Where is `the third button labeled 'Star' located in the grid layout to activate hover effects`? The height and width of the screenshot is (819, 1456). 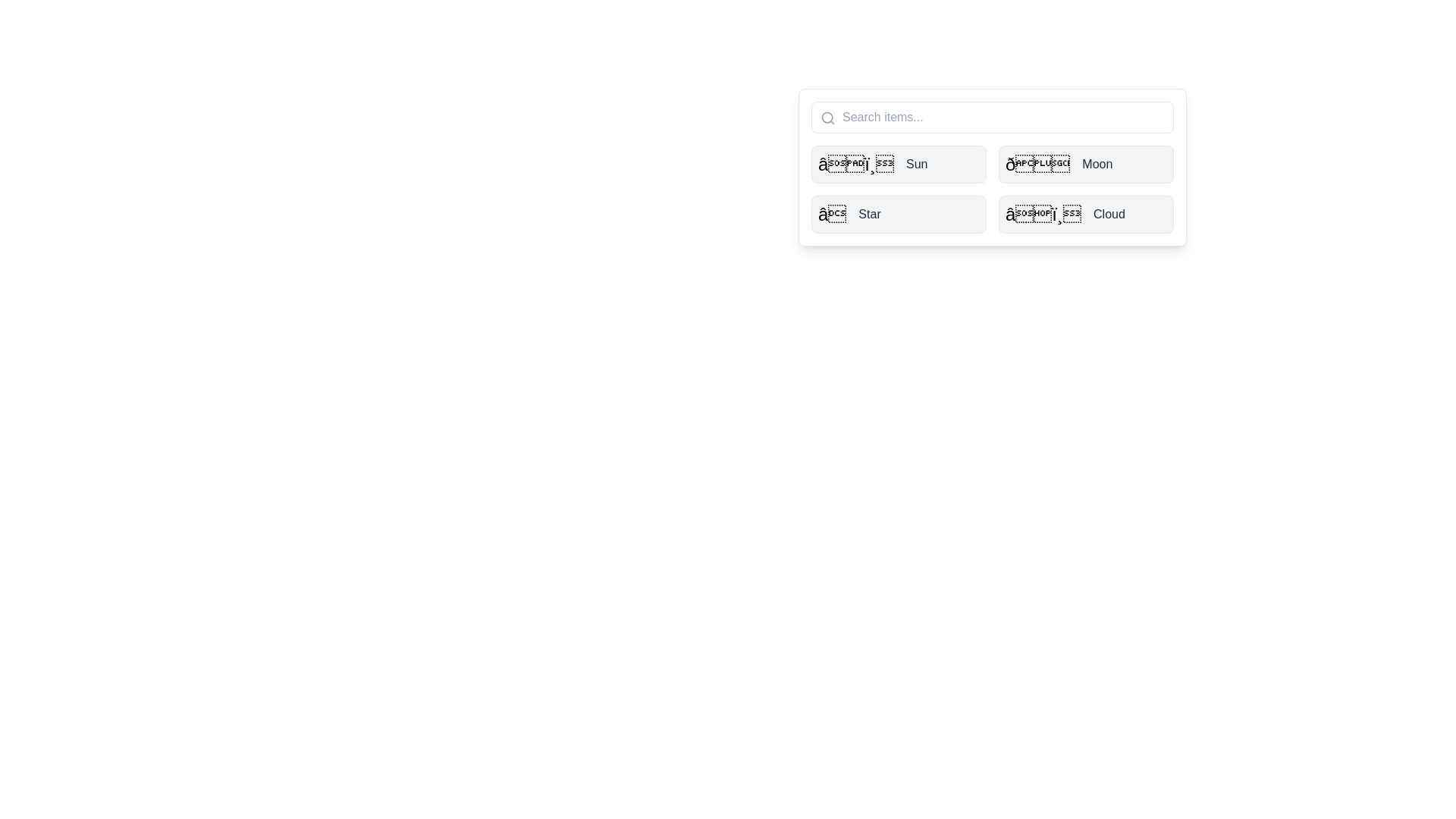
the third button labeled 'Star' located in the grid layout to activate hover effects is located at coordinates (899, 214).